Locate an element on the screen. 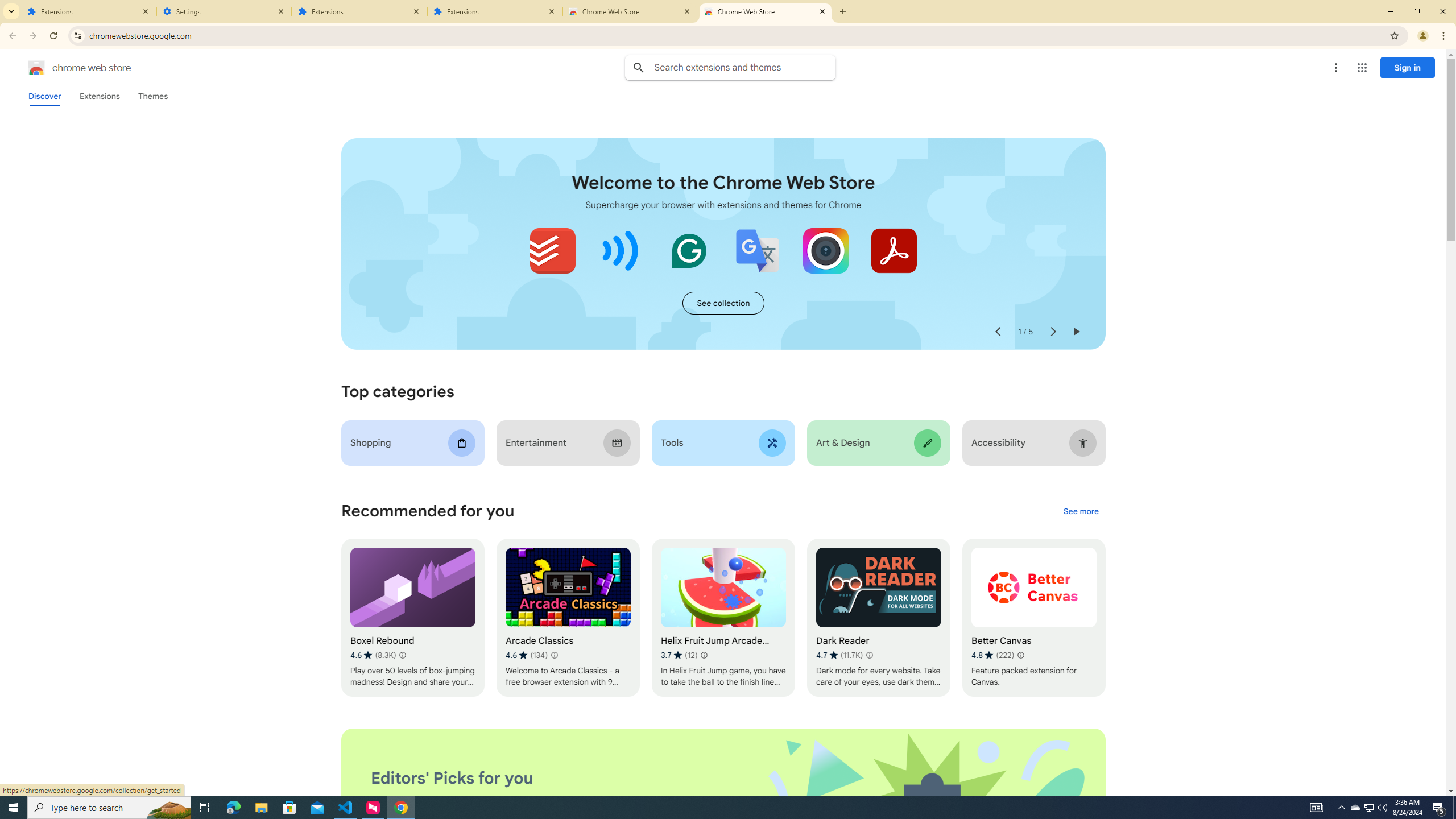 The image size is (1456, 819). 'Learn more about results and reviews "Dark Reader"' is located at coordinates (869, 655).